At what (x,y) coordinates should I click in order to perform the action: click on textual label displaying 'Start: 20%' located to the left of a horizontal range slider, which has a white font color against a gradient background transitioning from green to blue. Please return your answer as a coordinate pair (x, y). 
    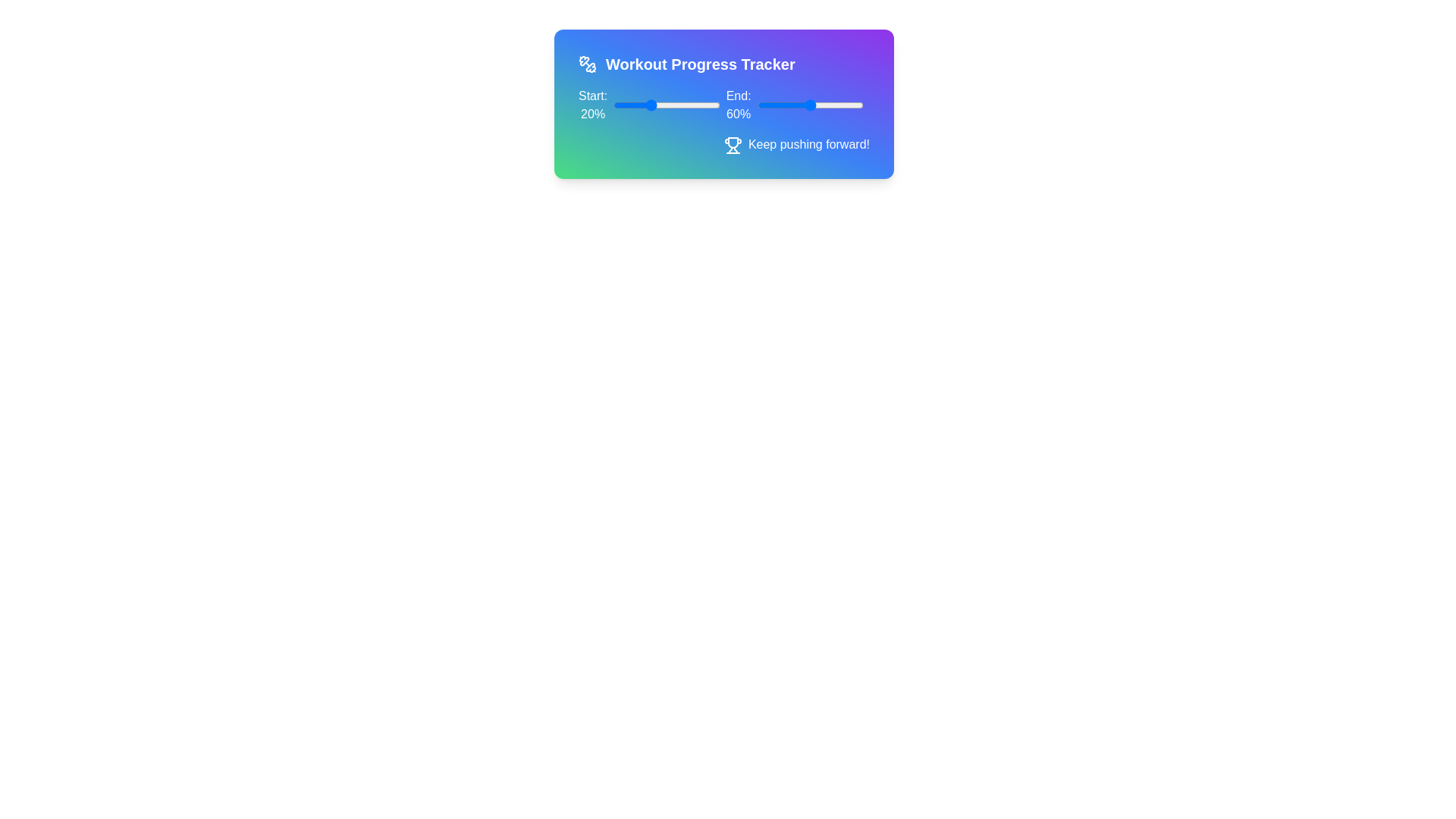
    Looking at the image, I should click on (592, 104).